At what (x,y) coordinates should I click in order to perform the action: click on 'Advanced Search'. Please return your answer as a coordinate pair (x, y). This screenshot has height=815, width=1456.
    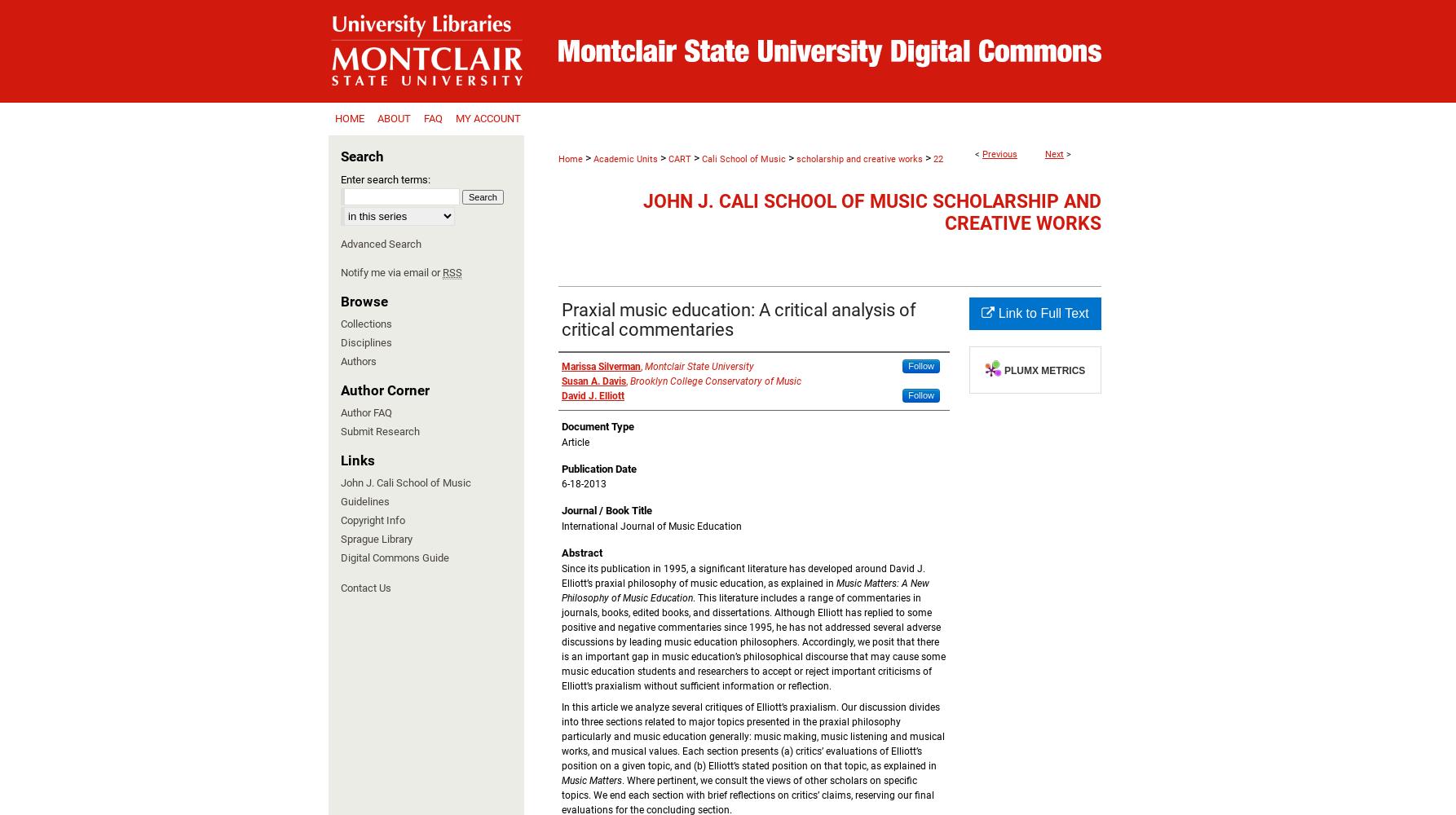
    Looking at the image, I should click on (380, 244).